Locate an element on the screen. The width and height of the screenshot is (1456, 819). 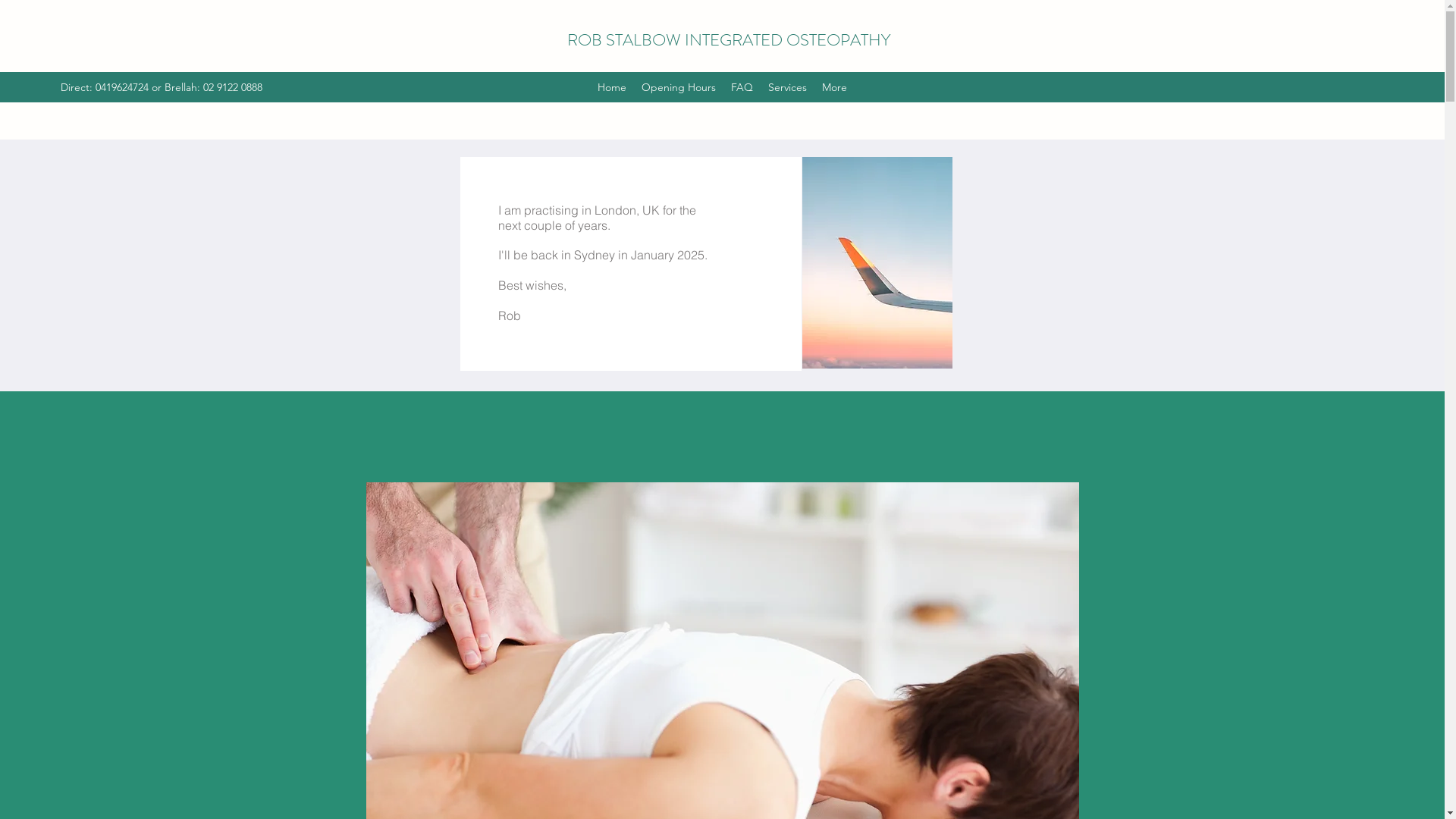
'Services' is located at coordinates (787, 87).